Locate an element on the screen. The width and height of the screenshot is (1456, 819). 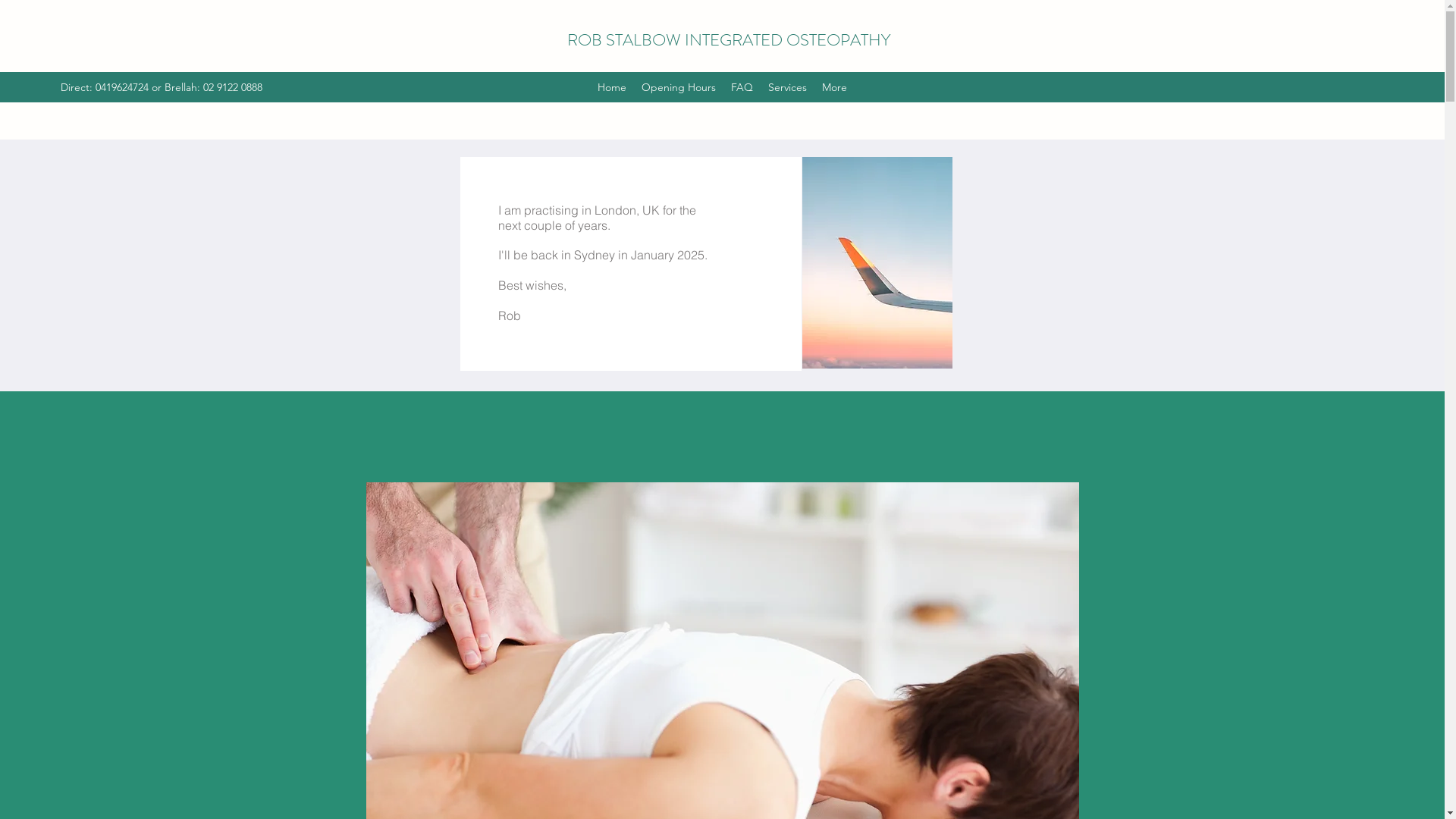
'Services' is located at coordinates (787, 87).